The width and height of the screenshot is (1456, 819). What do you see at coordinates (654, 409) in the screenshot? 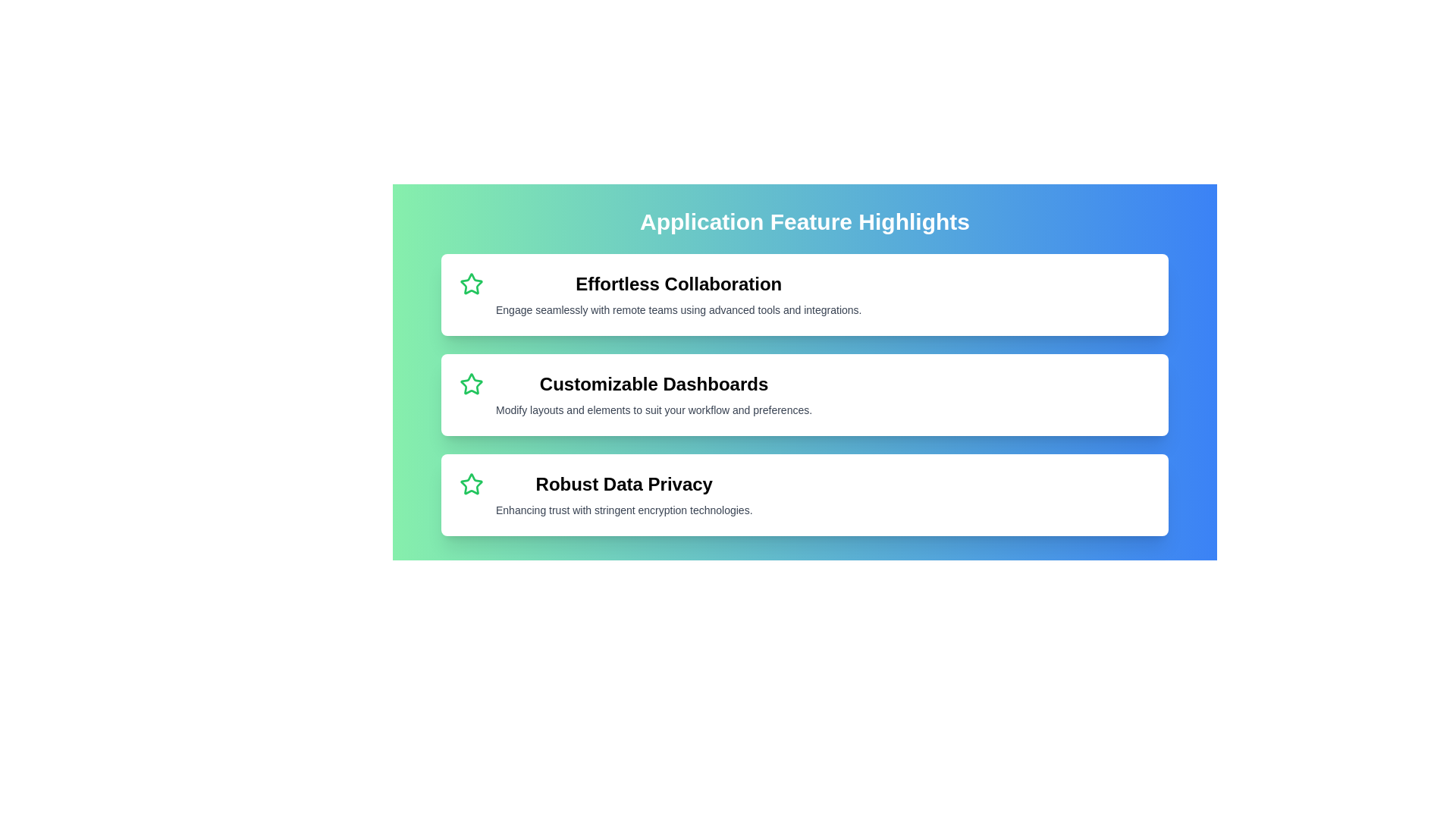
I see `the descriptive text located beneath the heading 'Customizable Dashboards', which is styled with a small font size and light gray color` at bounding box center [654, 409].